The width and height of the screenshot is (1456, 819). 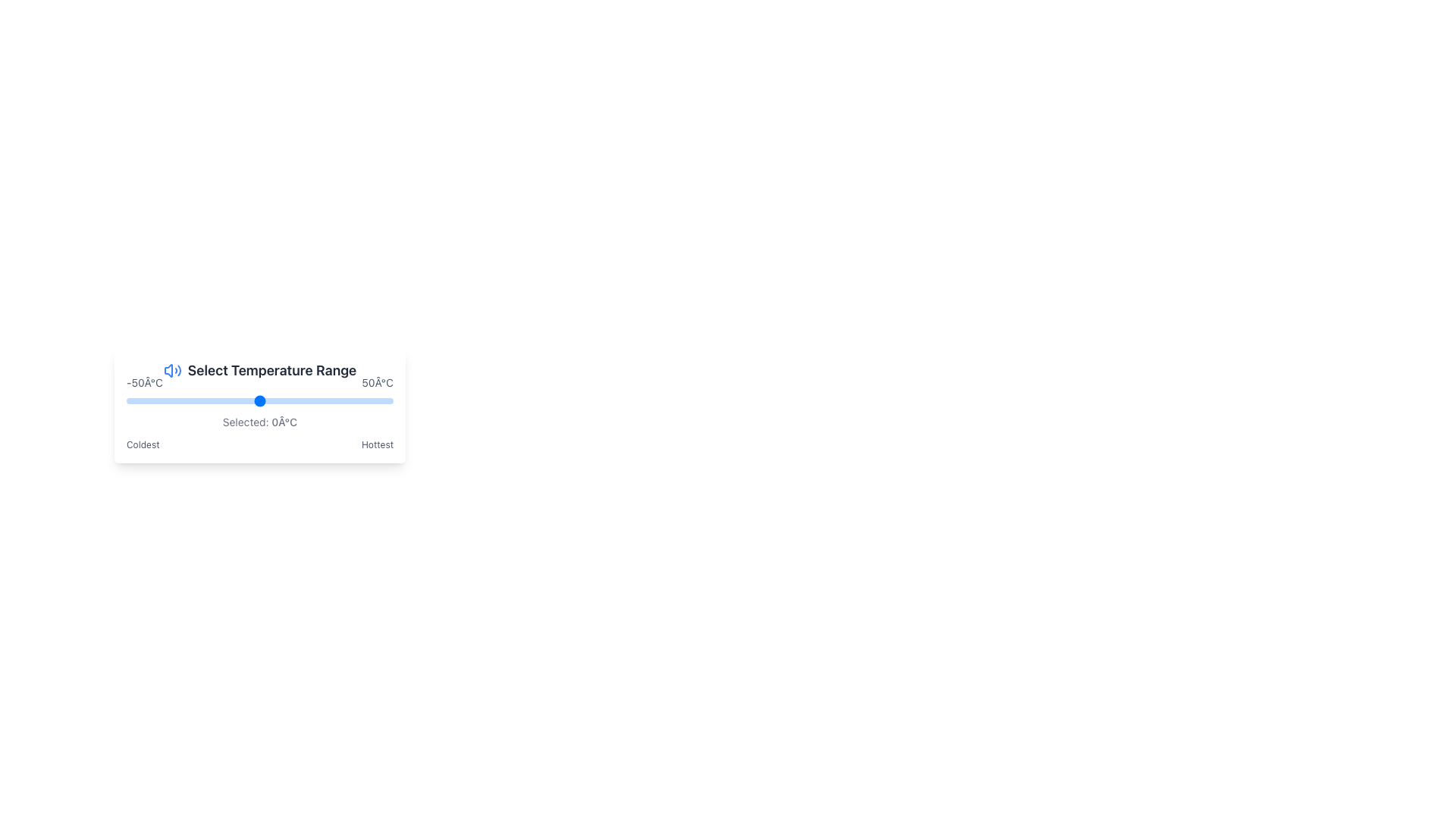 What do you see at coordinates (145, 382) in the screenshot?
I see `the static text label displaying '-50°C', which is positioned above the left side of a slider component` at bounding box center [145, 382].